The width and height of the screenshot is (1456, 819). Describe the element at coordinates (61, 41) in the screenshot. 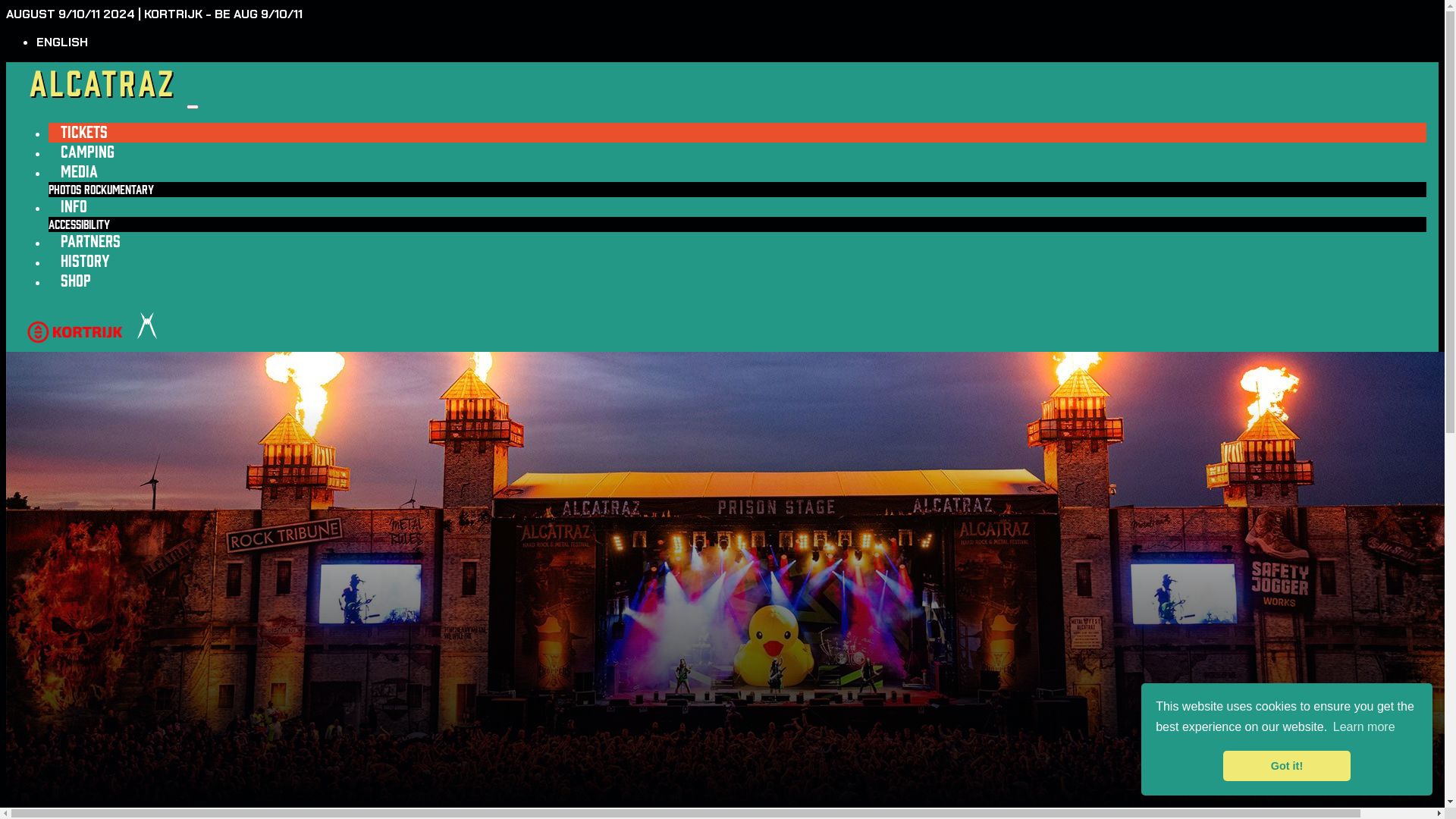

I see `'ENGLISH'` at that location.